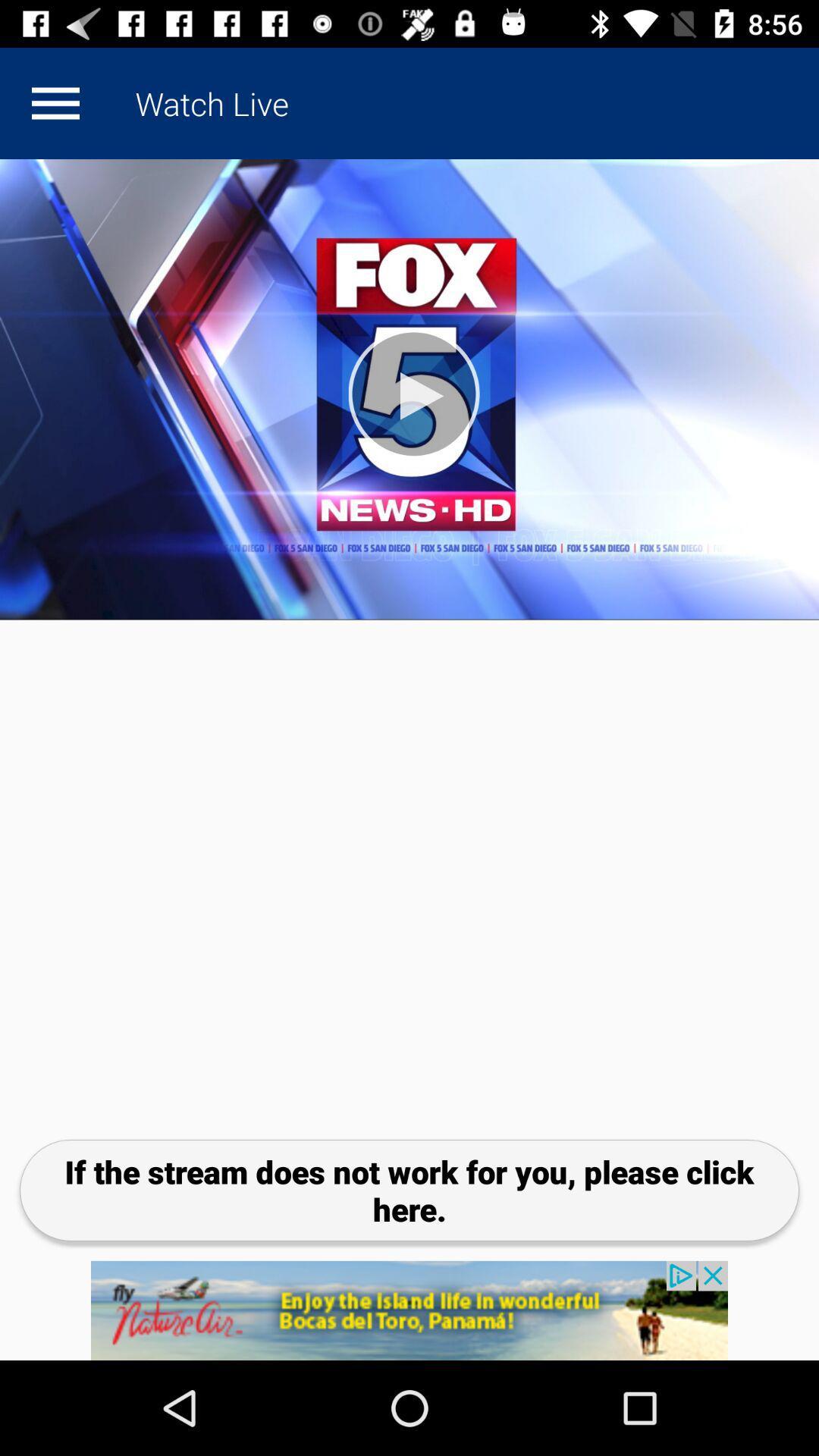 This screenshot has width=819, height=1456. Describe the element at coordinates (55, 102) in the screenshot. I see `home page` at that location.